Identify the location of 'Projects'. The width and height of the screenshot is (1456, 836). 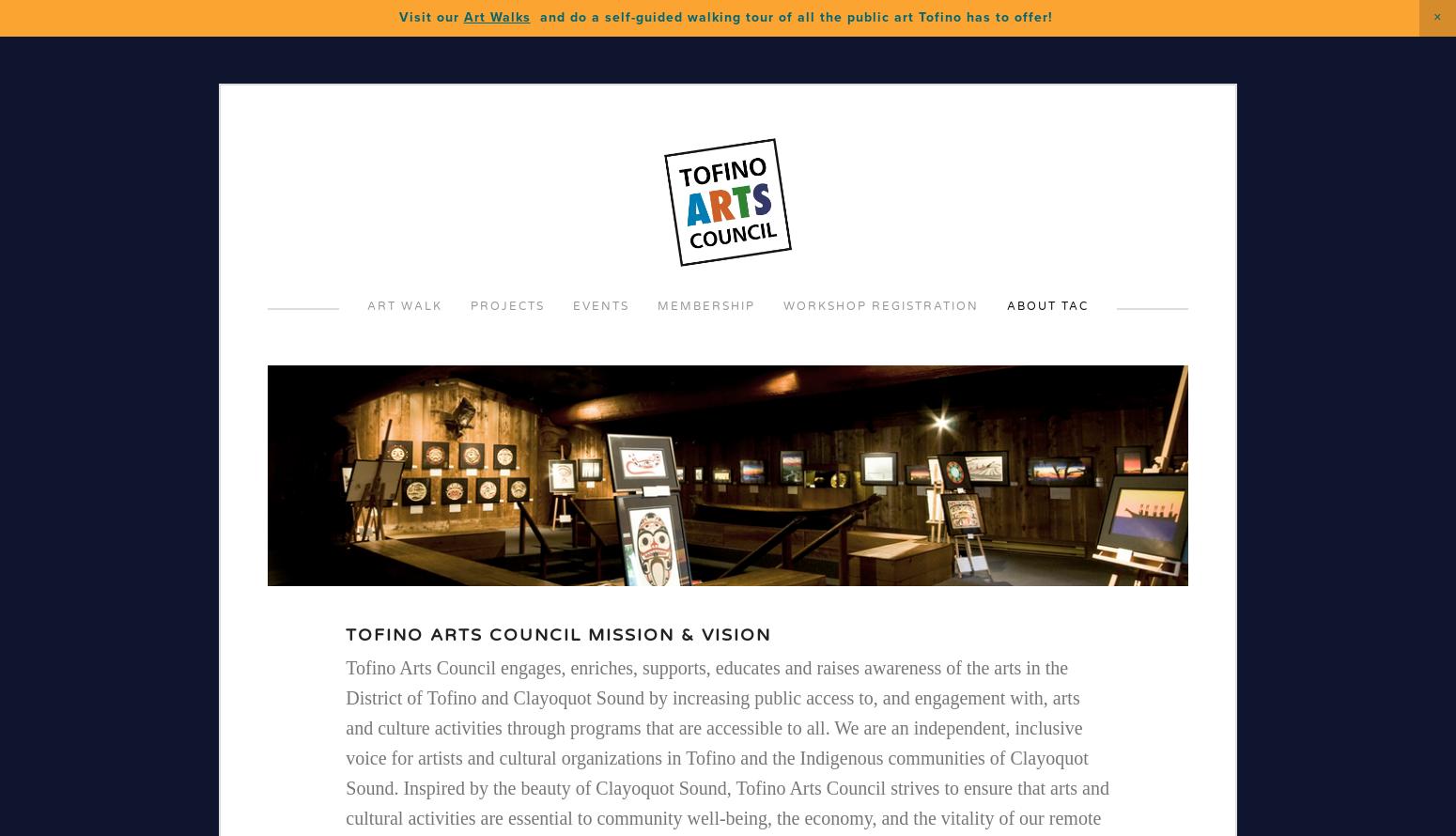
(506, 305).